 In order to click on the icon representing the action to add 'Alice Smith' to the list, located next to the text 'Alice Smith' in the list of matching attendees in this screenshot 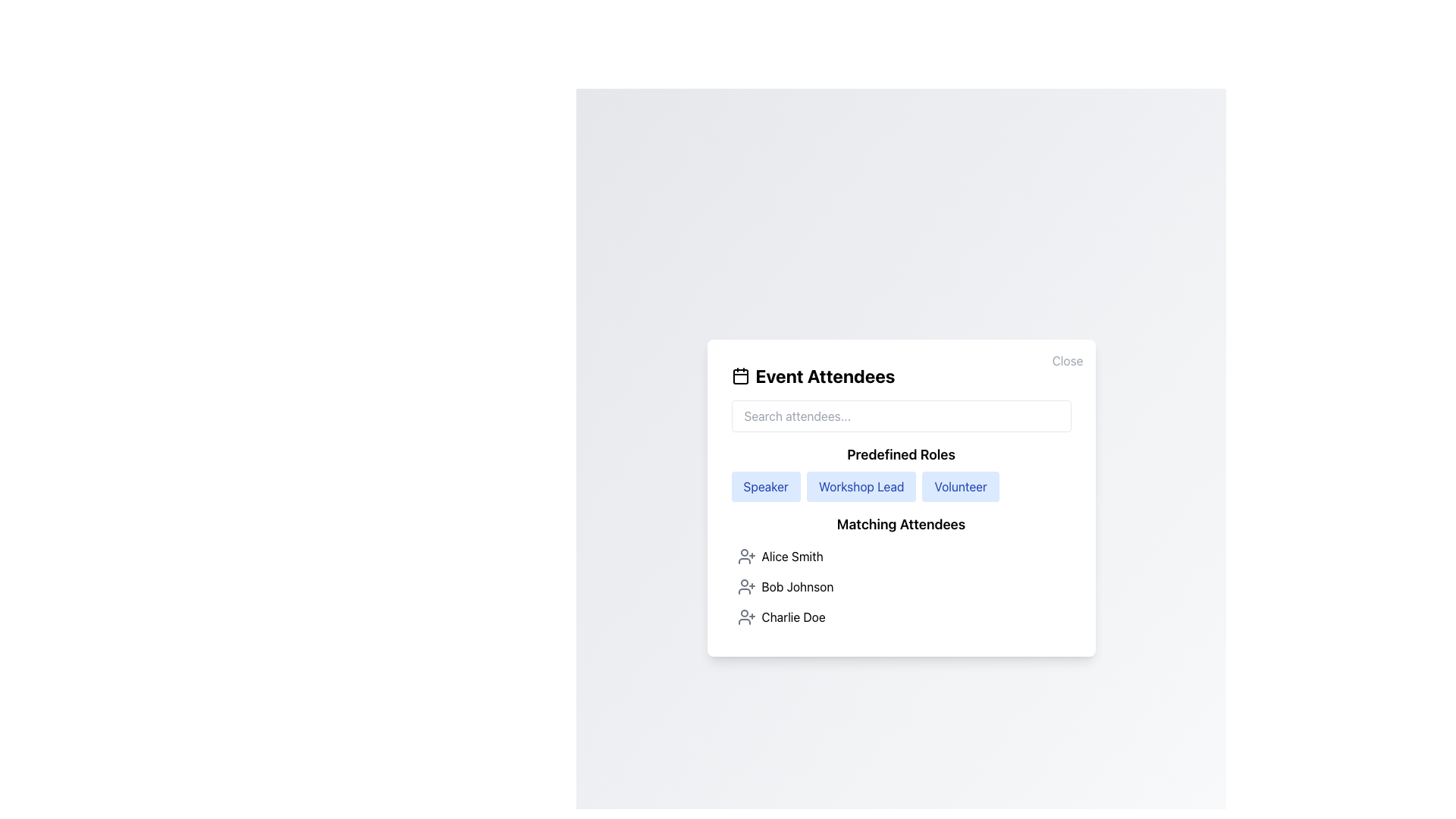, I will do `click(746, 556)`.